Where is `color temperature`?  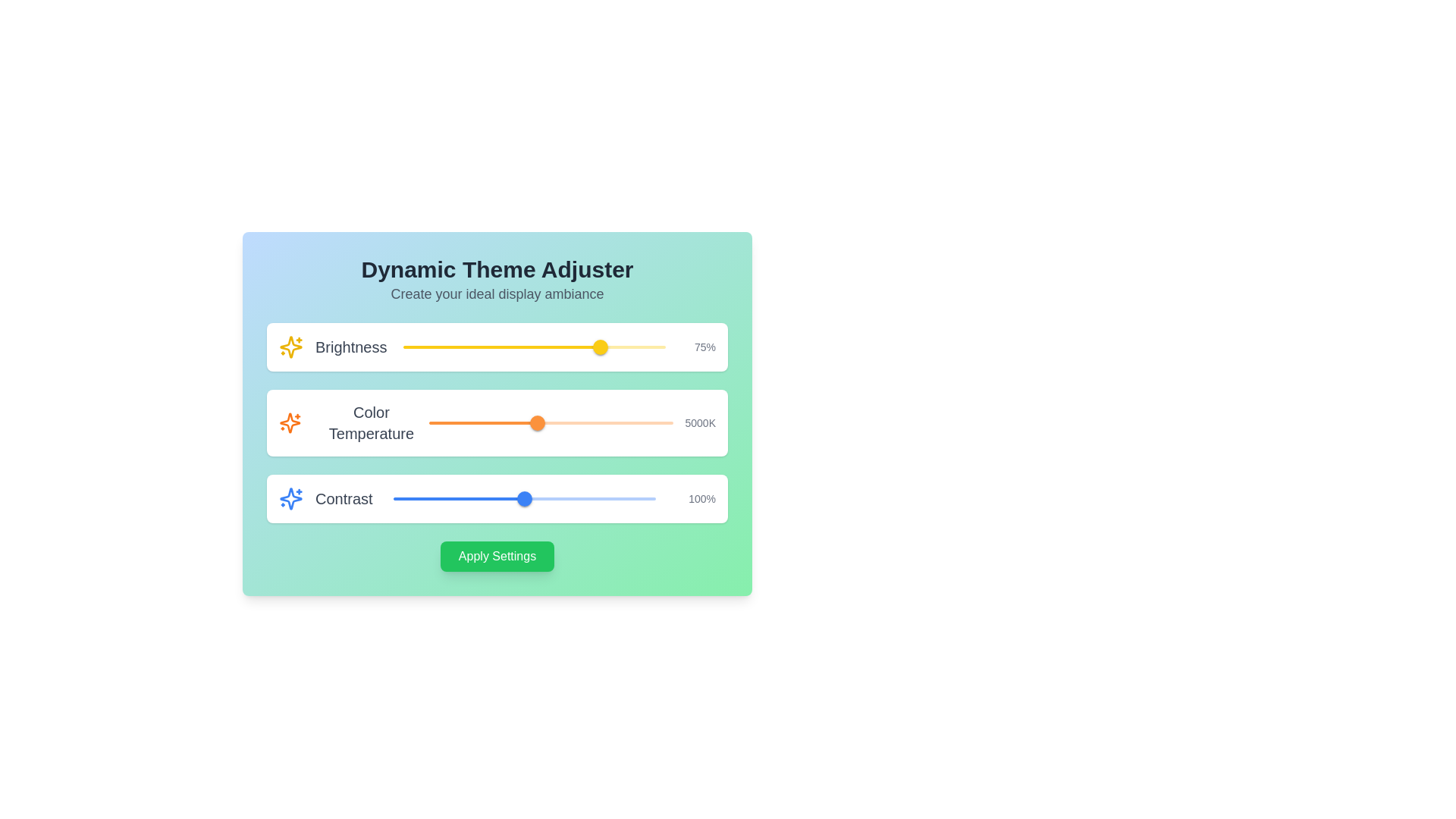 color temperature is located at coordinates (519, 423).